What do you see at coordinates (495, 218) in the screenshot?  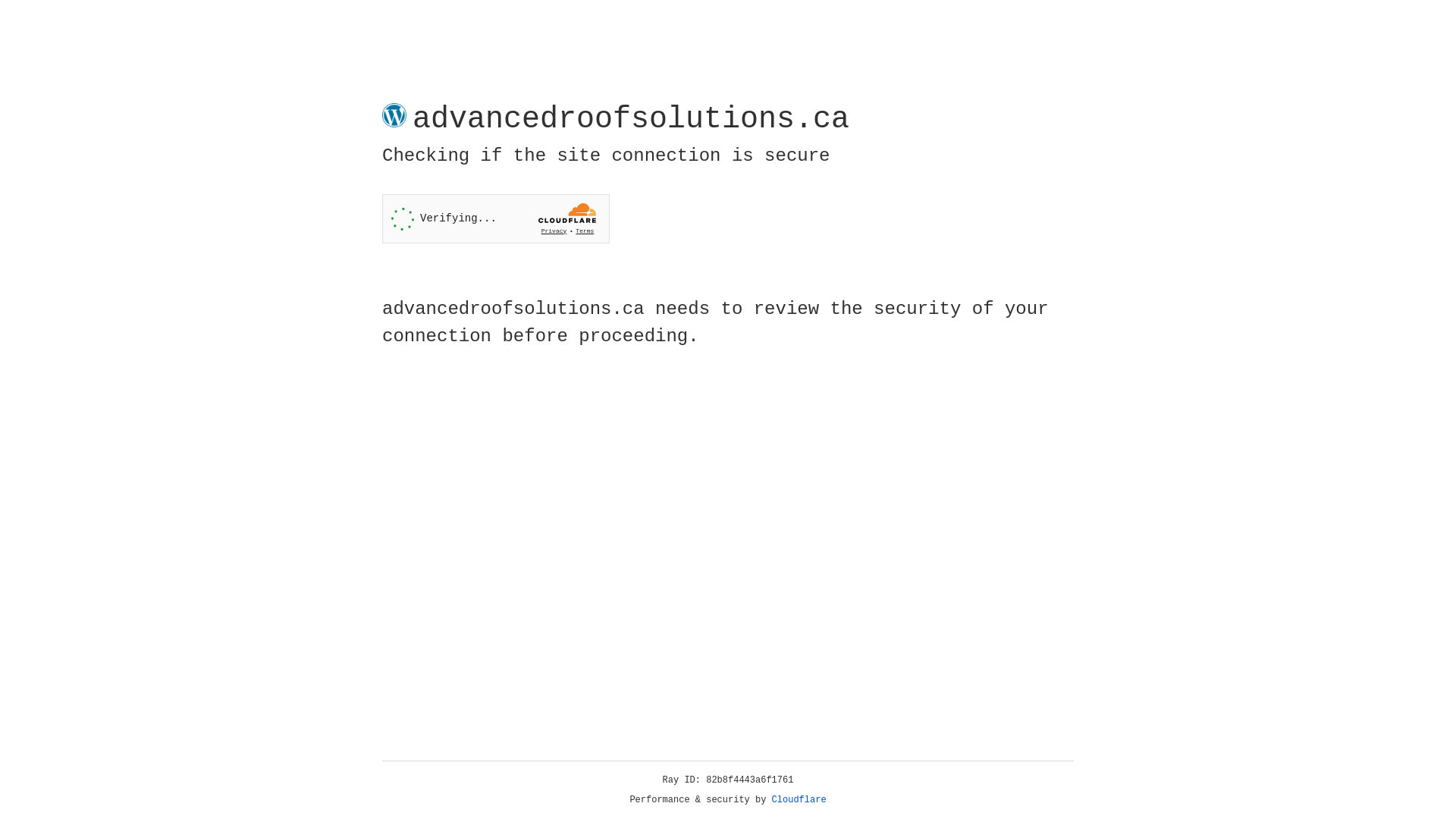 I see `'Widget containing a Cloudflare security challenge'` at bounding box center [495, 218].